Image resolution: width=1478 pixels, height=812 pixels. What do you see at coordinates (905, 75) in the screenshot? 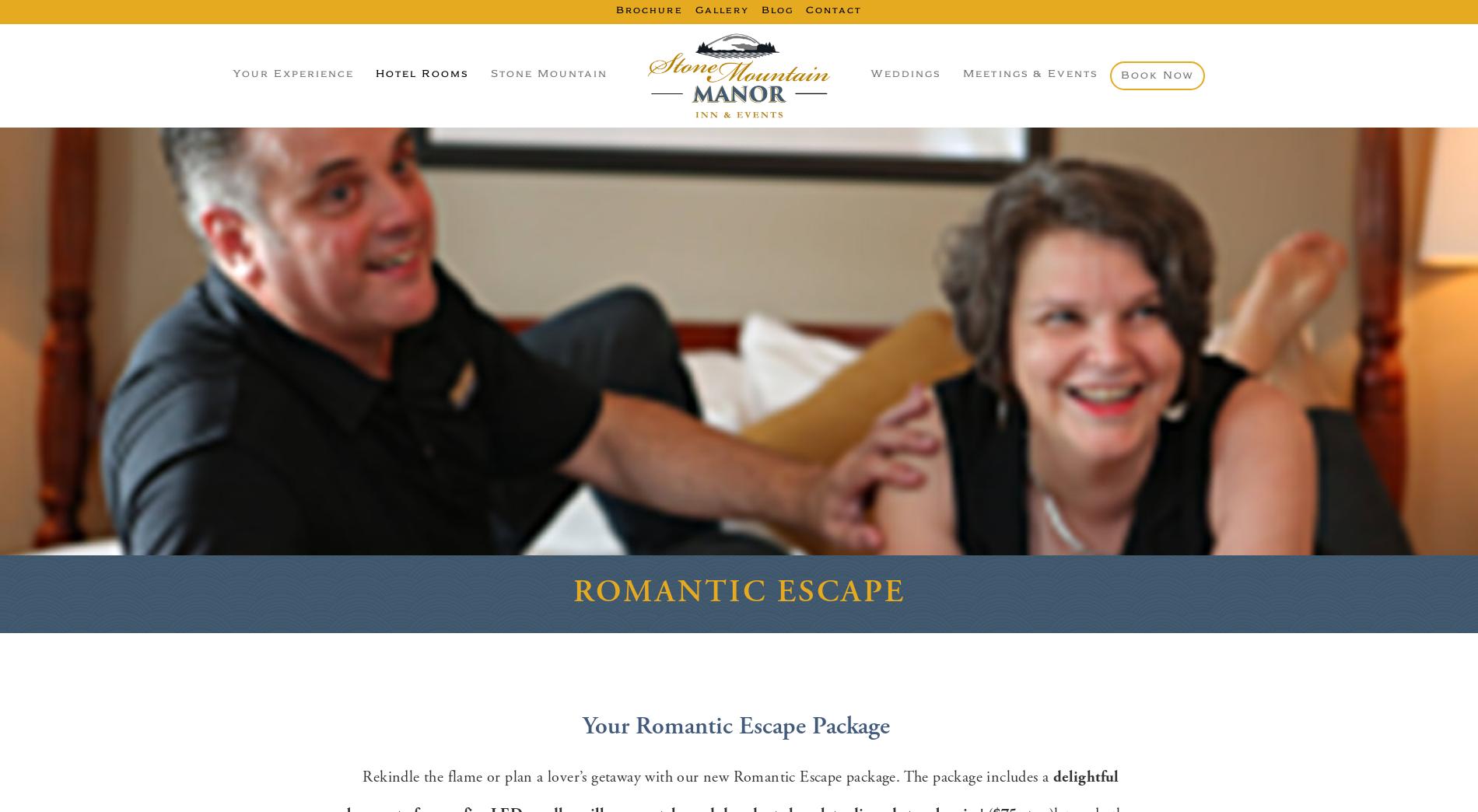
I see `'Weddings'` at bounding box center [905, 75].